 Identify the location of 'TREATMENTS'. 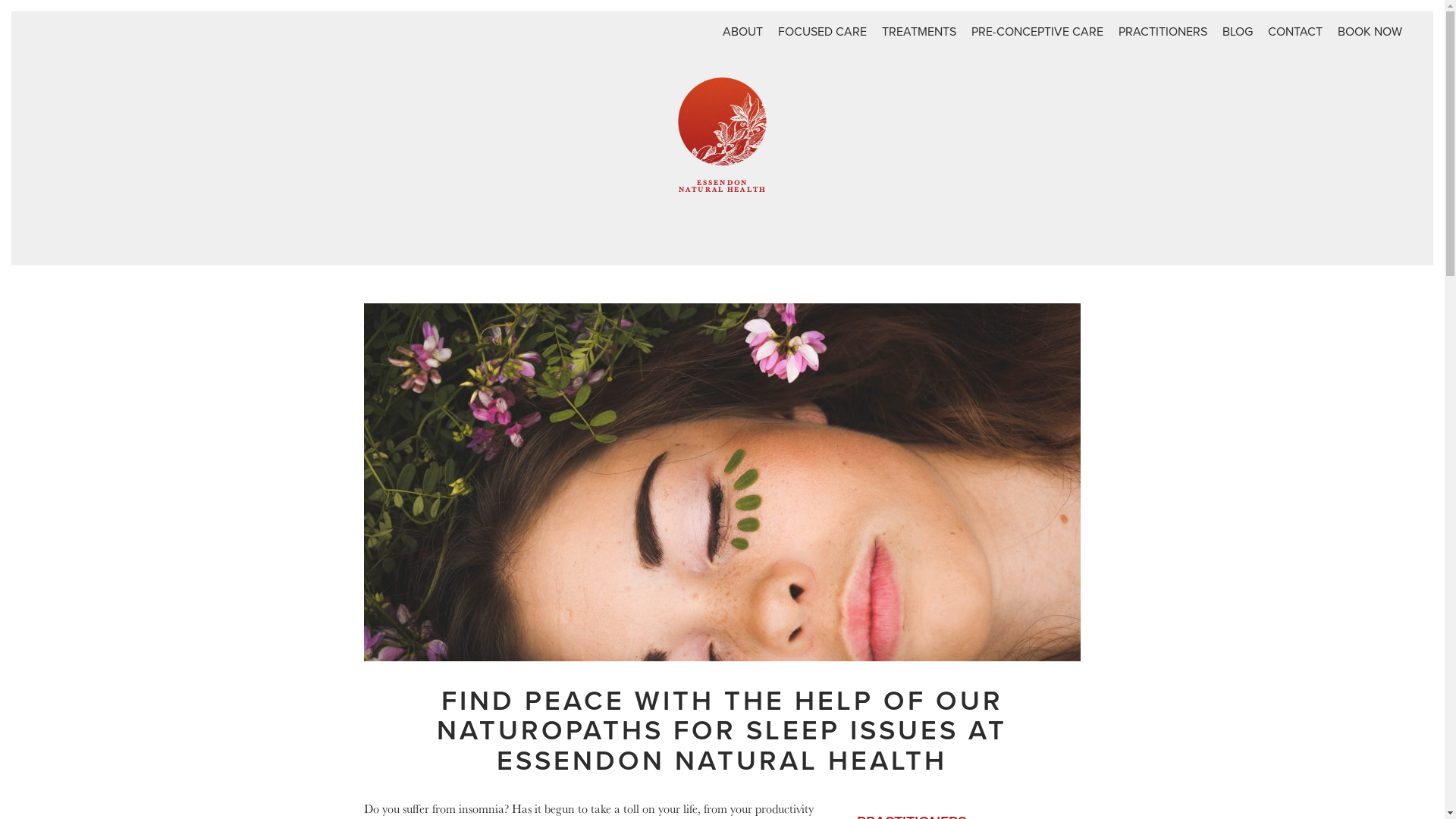
(918, 32).